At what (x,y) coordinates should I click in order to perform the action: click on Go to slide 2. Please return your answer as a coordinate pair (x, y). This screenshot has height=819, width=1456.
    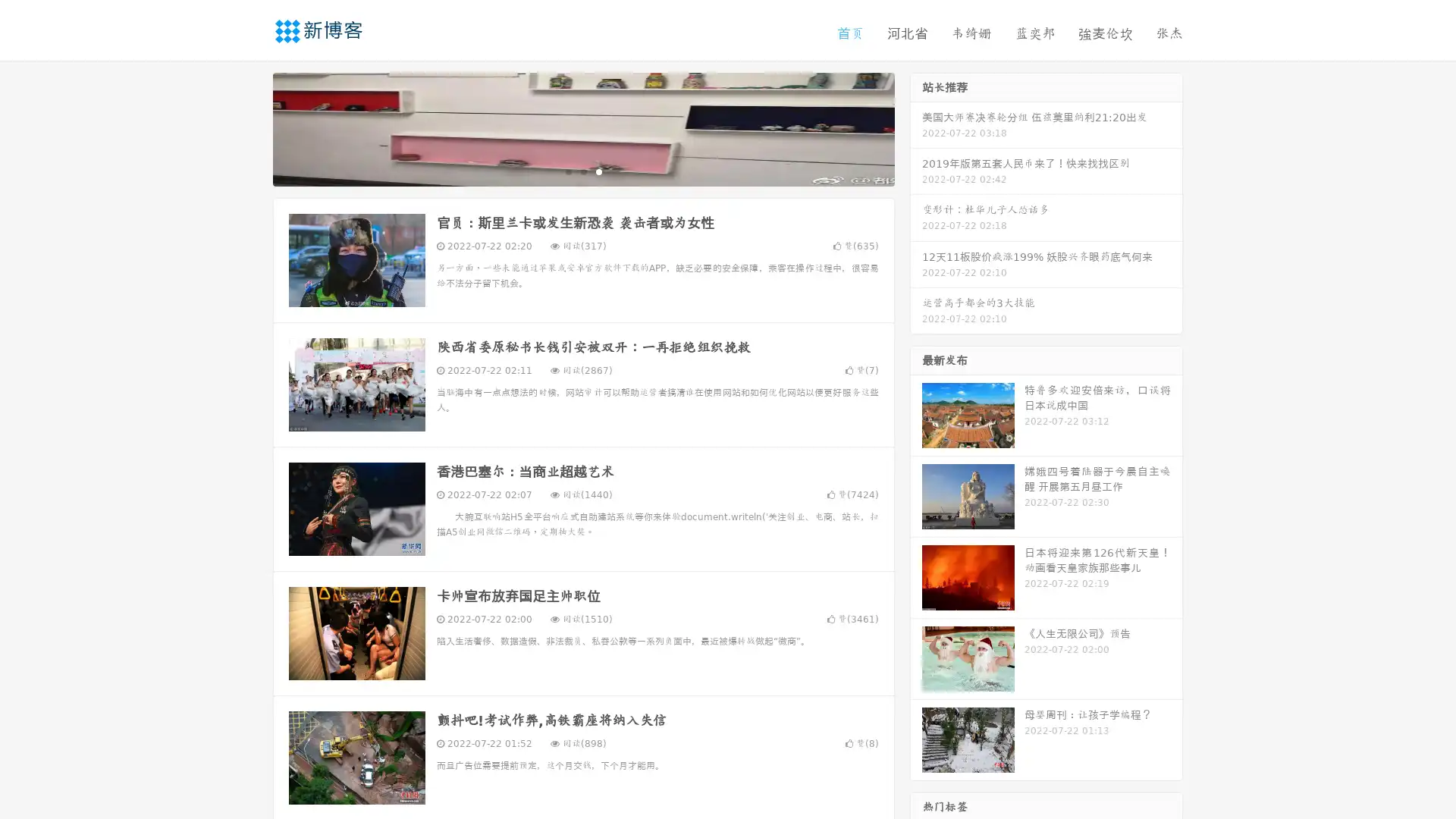
    Looking at the image, I should click on (582, 171).